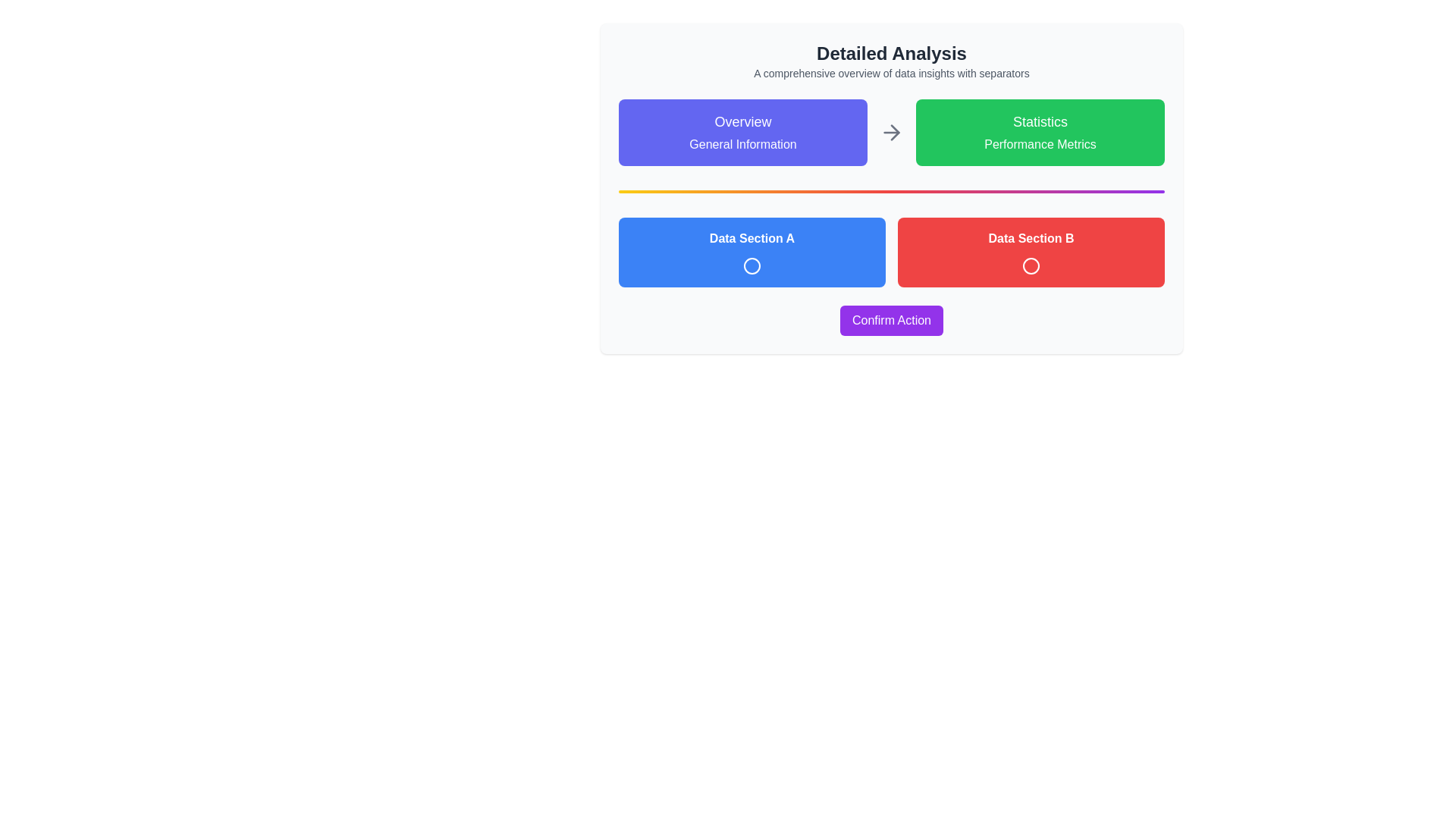  Describe the element at coordinates (752, 265) in the screenshot. I see `the circular icon with a white stroke on a blue background, located in the lower section of 'Data Section A.'` at that location.